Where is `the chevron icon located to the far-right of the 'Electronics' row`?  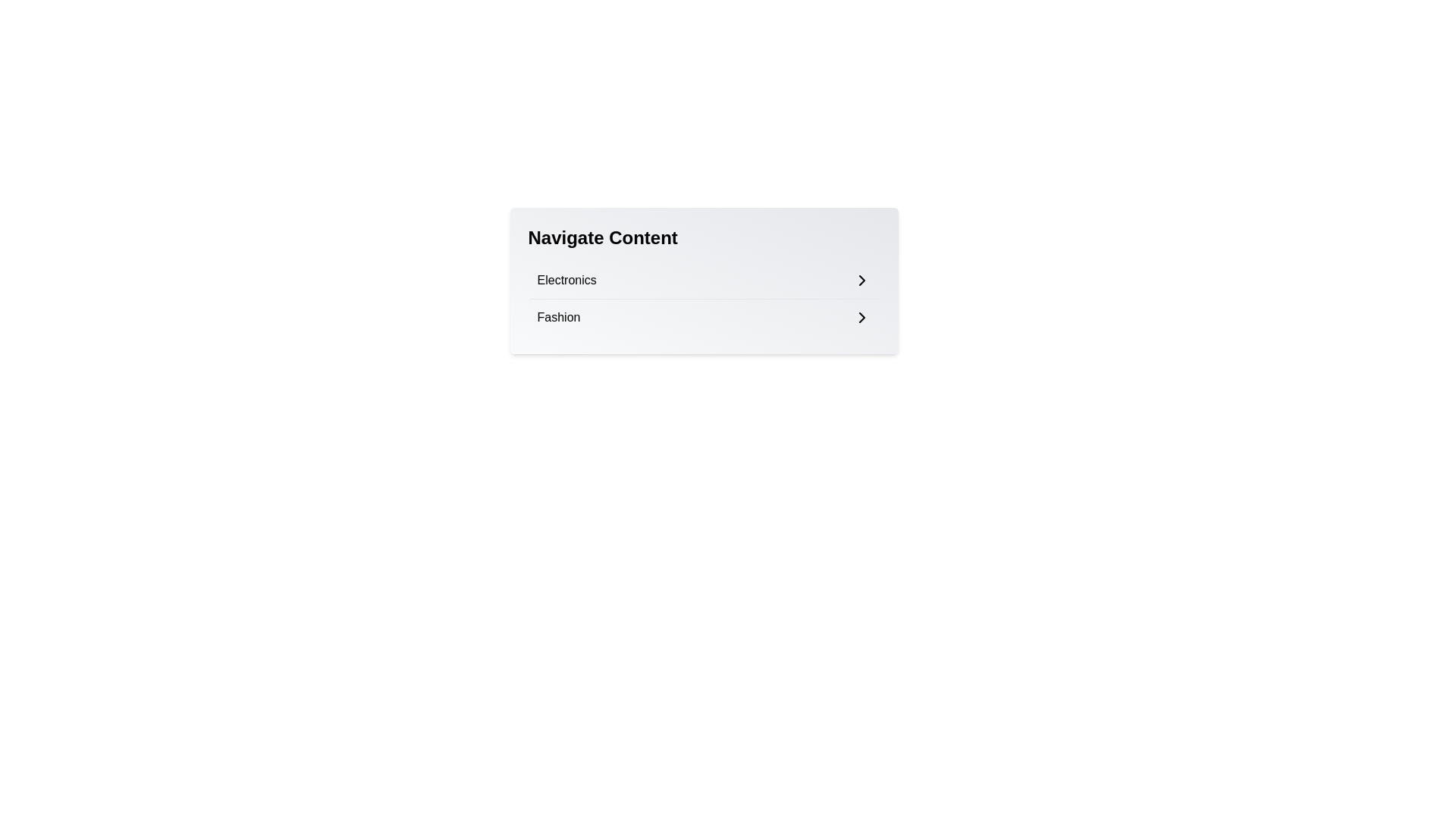 the chevron icon located to the far-right of the 'Electronics' row is located at coordinates (861, 281).